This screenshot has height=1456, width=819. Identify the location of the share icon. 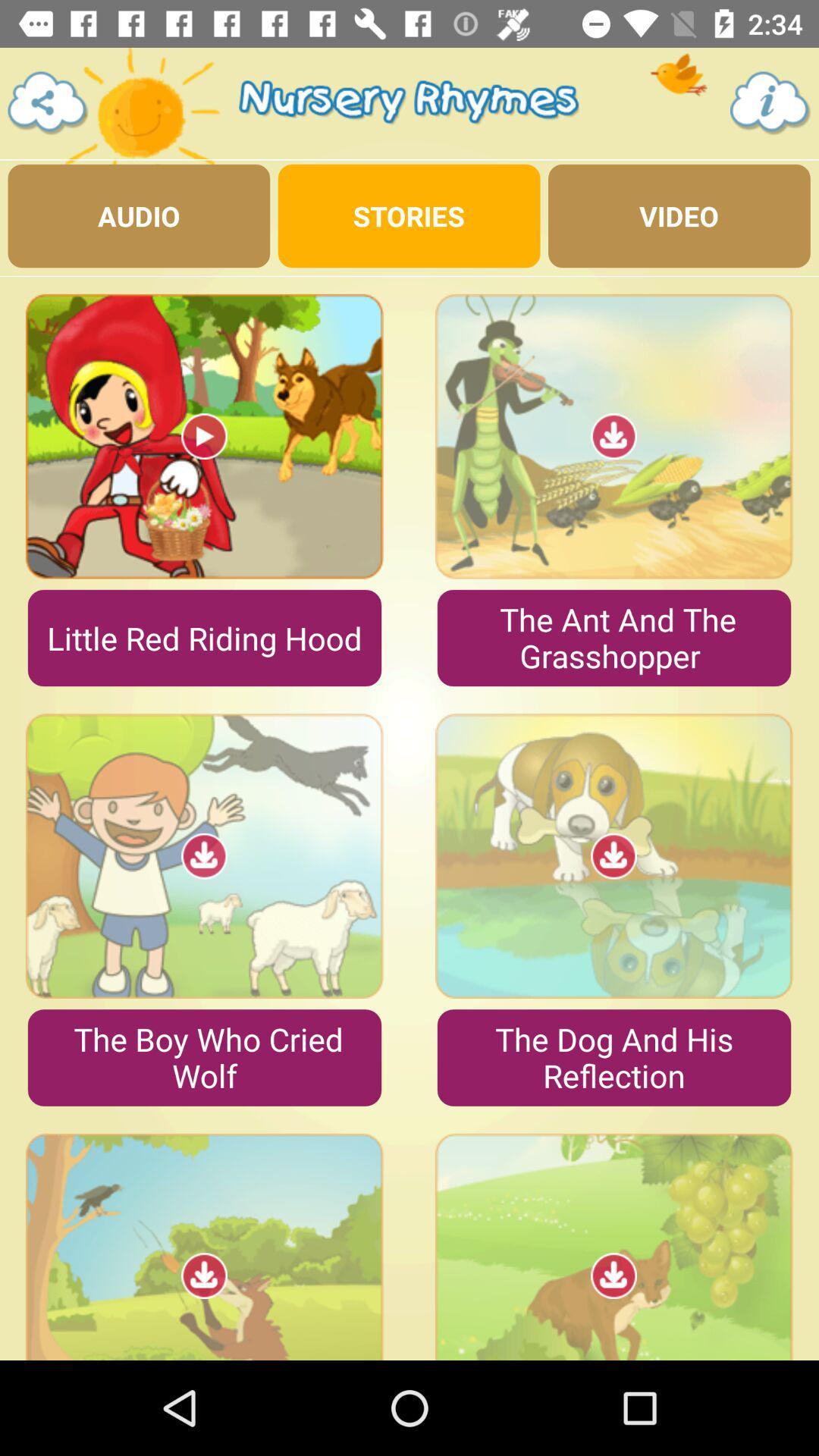
(47, 102).